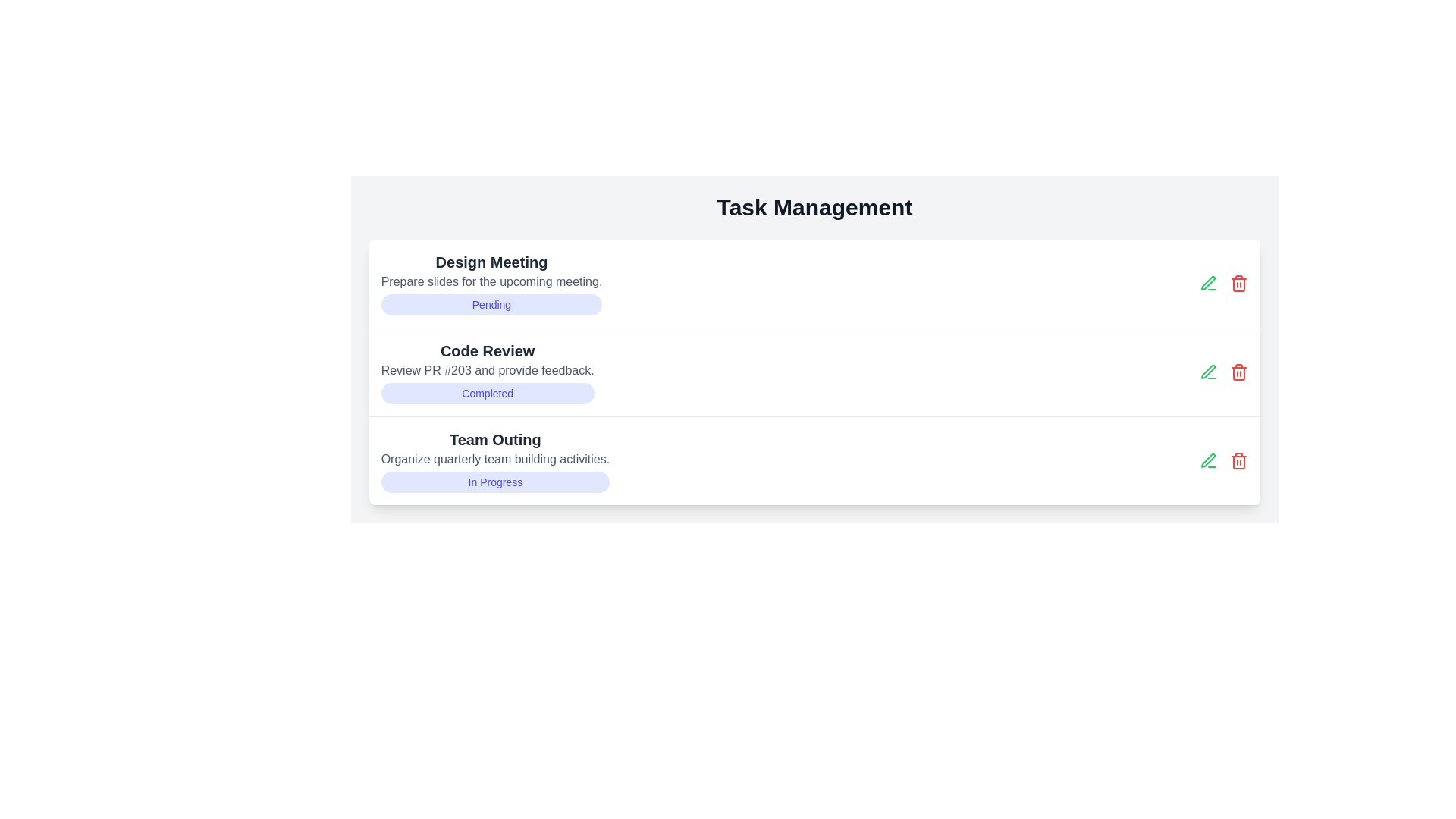  What do you see at coordinates (491, 304) in the screenshot?
I see `the 'Pending' badge element, which is a rounded rectangular badge with a light indigo background and bold indigo text, positioned below the 'Prepare slides for the upcoming meeting.' and 'Design Meeting' text` at bounding box center [491, 304].